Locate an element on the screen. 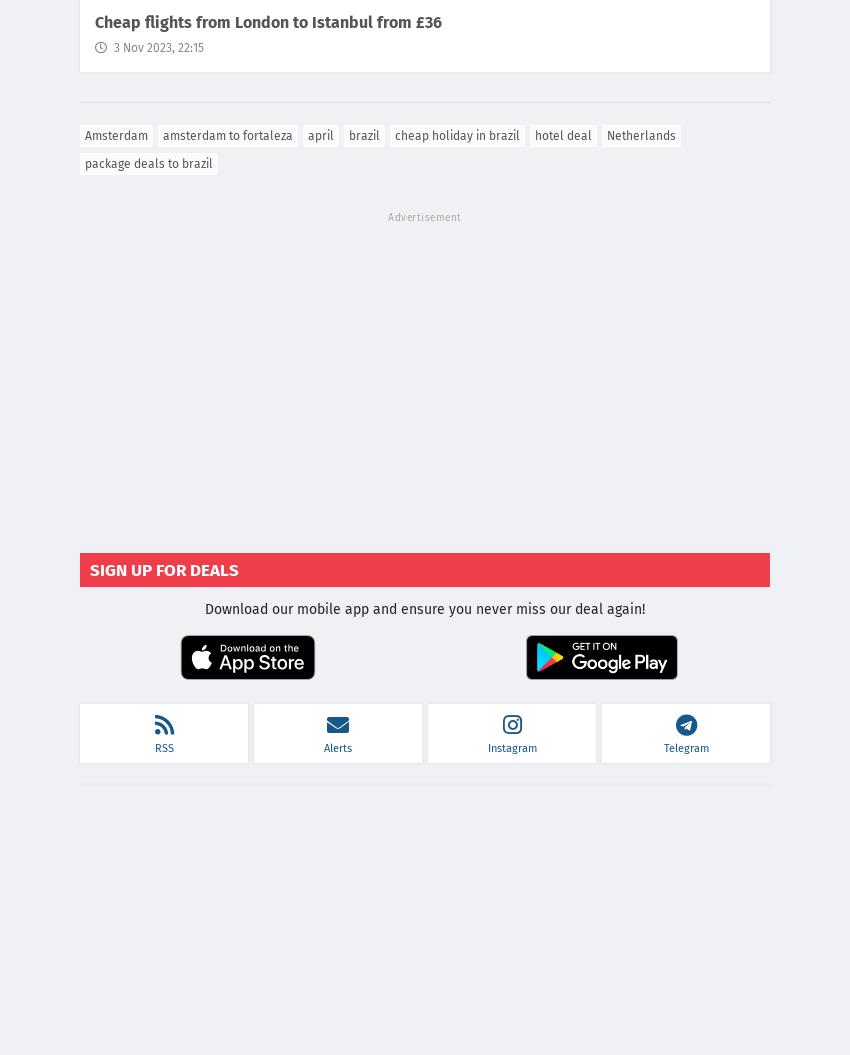 This screenshot has height=1055, width=850. 'Telegram' is located at coordinates (684, 748).